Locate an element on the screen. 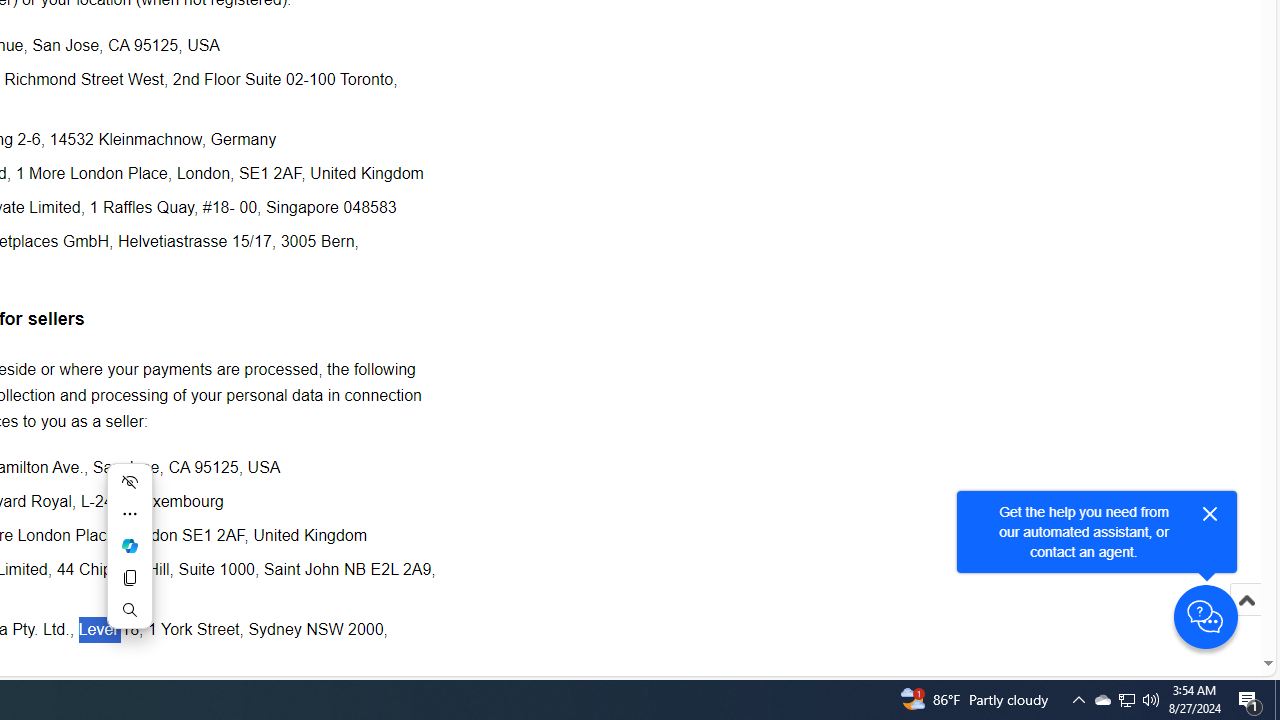 The width and height of the screenshot is (1280, 720). 'Mini menu on text selection' is located at coordinates (128, 558).